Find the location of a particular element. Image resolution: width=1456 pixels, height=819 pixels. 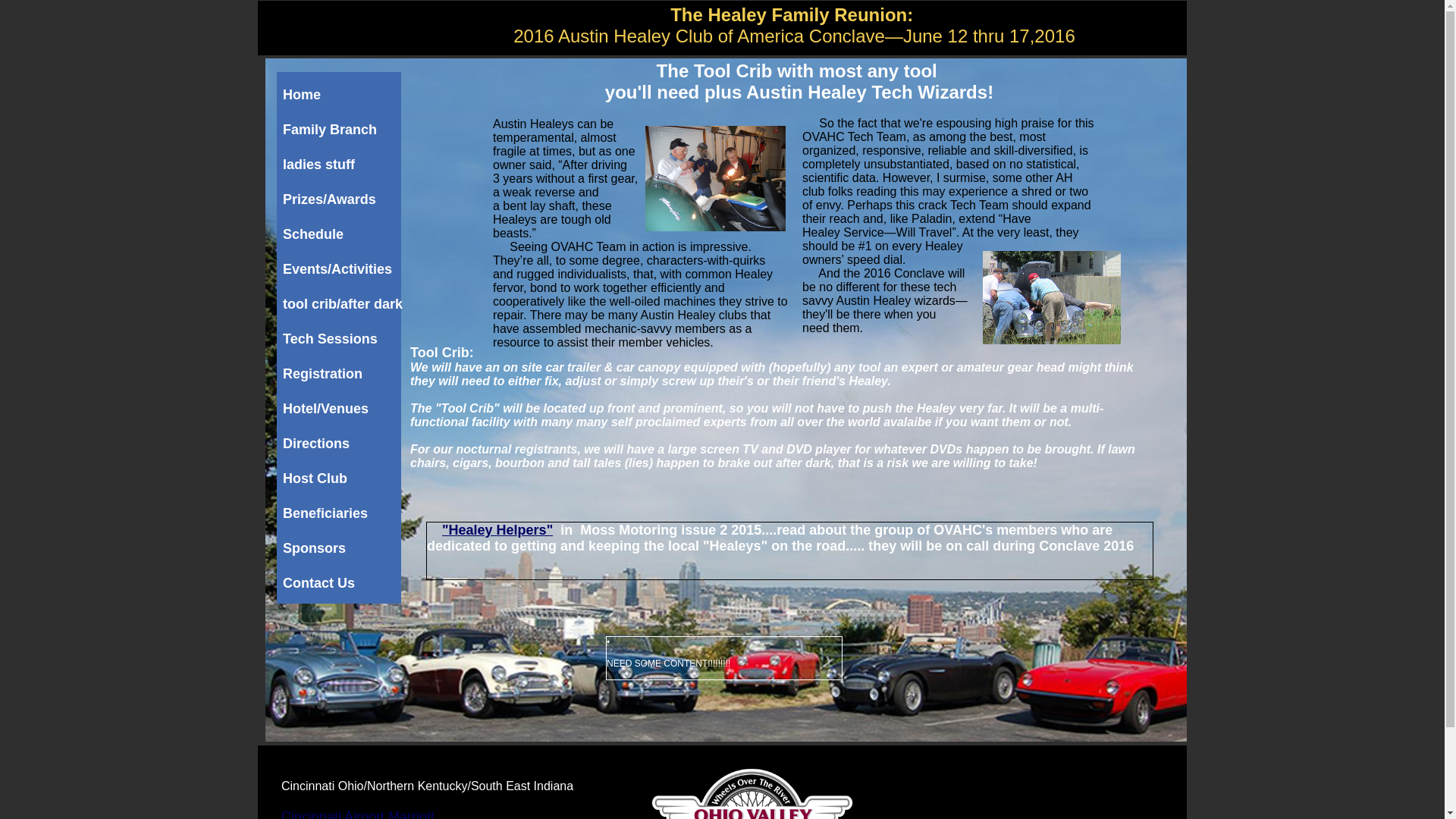

'tool crib/after dark' is located at coordinates (341, 304).